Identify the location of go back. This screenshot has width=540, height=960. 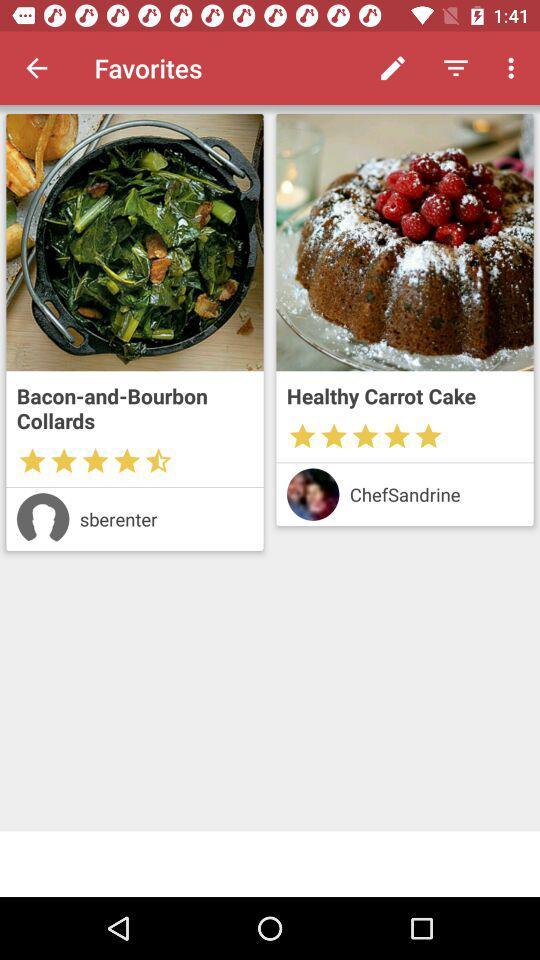
(36, 68).